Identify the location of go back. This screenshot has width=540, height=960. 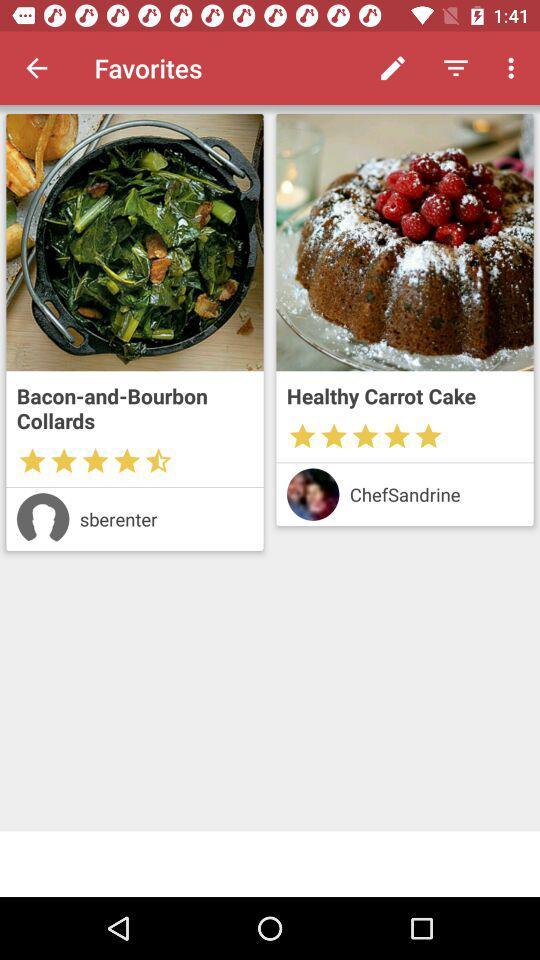
(36, 68).